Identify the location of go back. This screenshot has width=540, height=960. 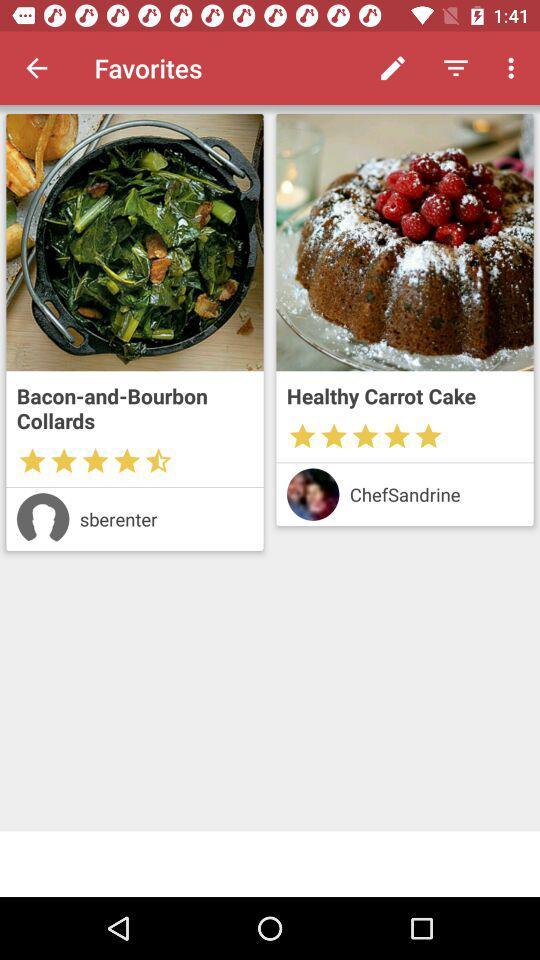
(36, 68).